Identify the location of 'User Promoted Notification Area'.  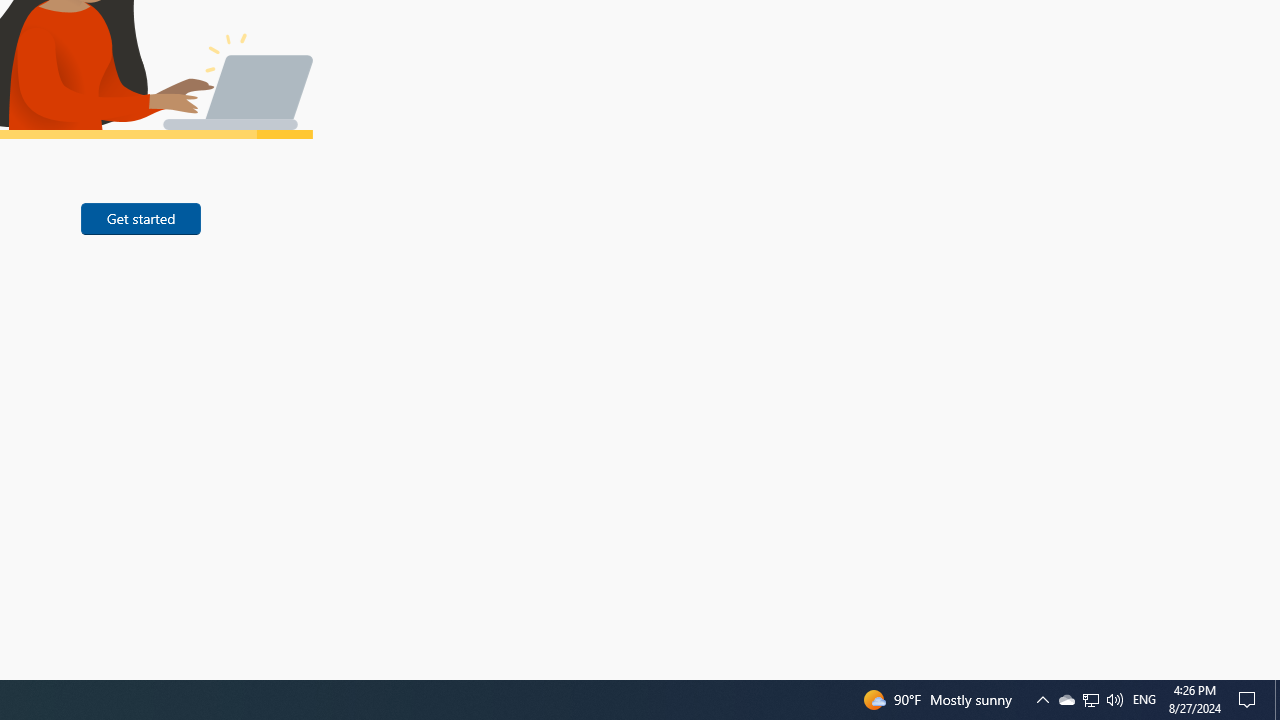
(1113, 698).